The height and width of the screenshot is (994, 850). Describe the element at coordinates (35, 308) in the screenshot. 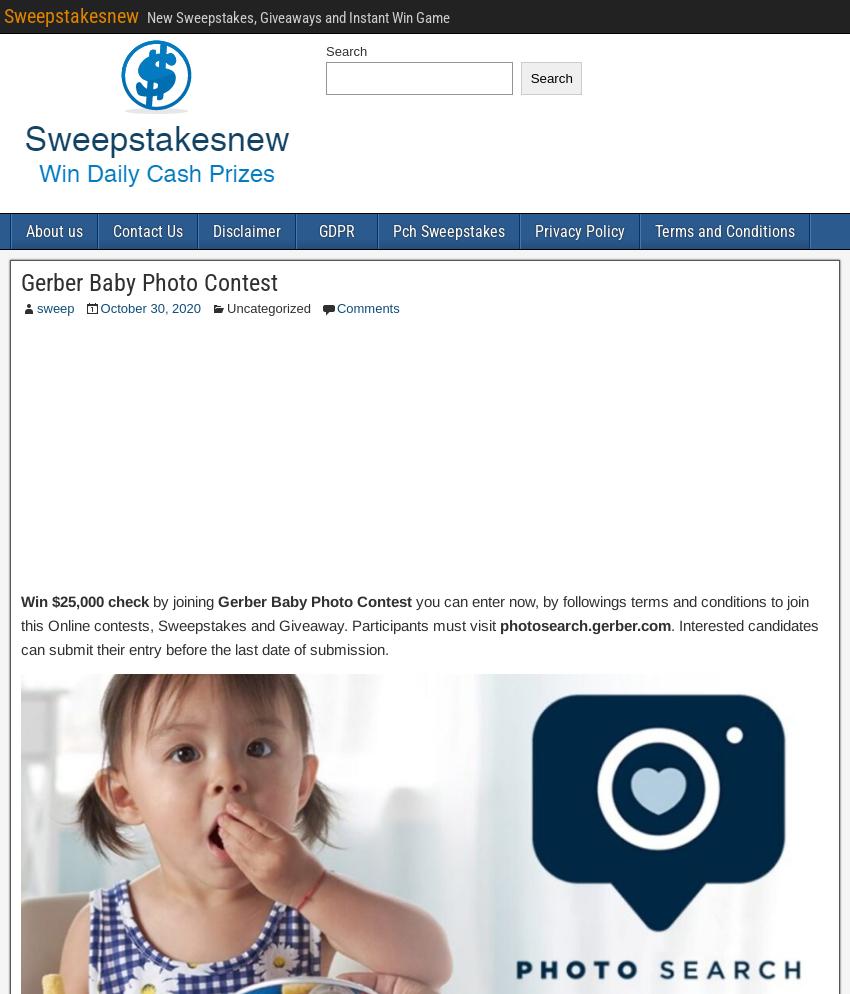

I see `'sweep'` at that location.